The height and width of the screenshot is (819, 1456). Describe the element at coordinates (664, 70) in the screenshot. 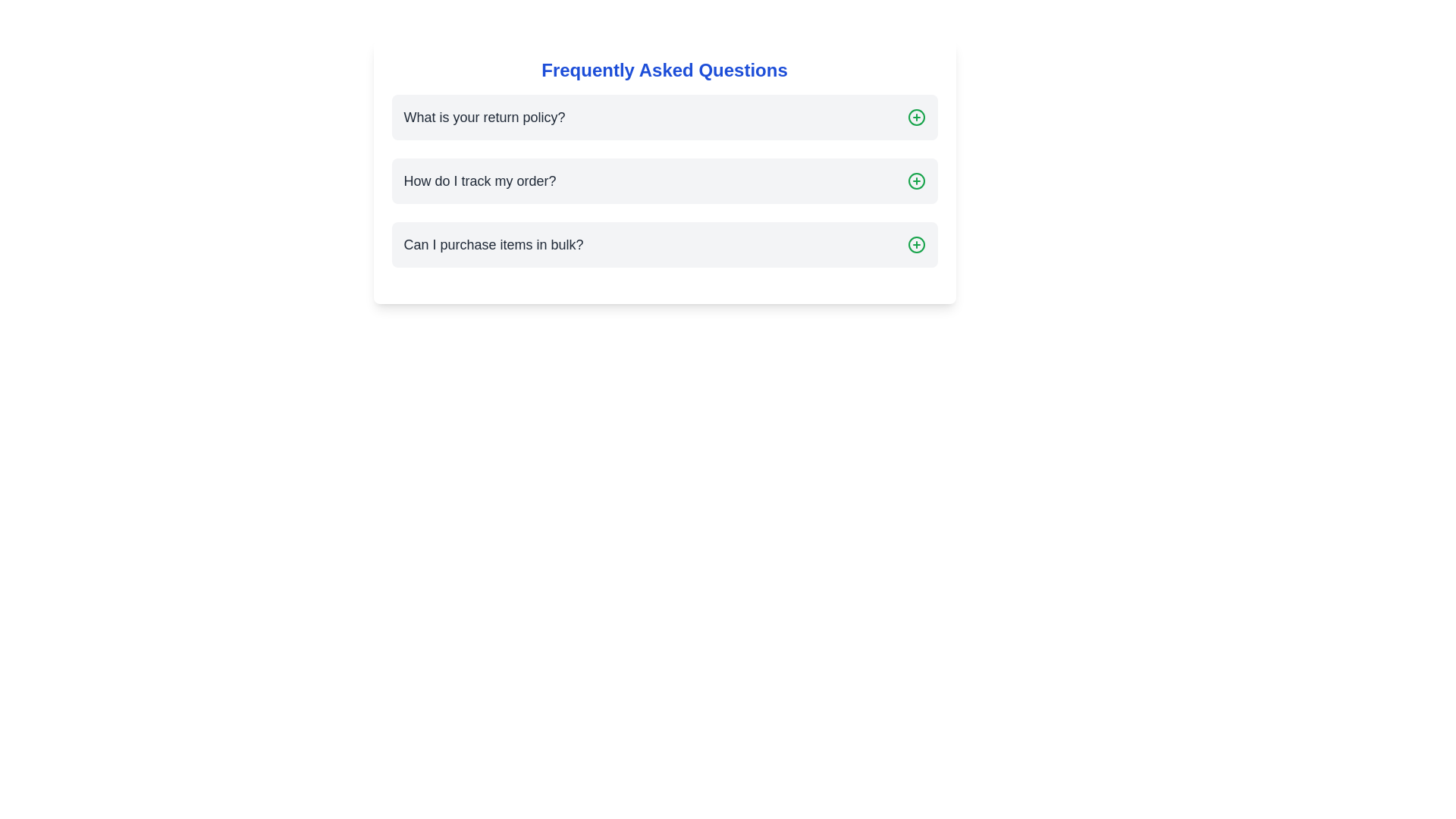

I see `the Header text that introduces the Frequently Asked Questions section, which is positioned at the very top of the list and centered horizontally` at that location.